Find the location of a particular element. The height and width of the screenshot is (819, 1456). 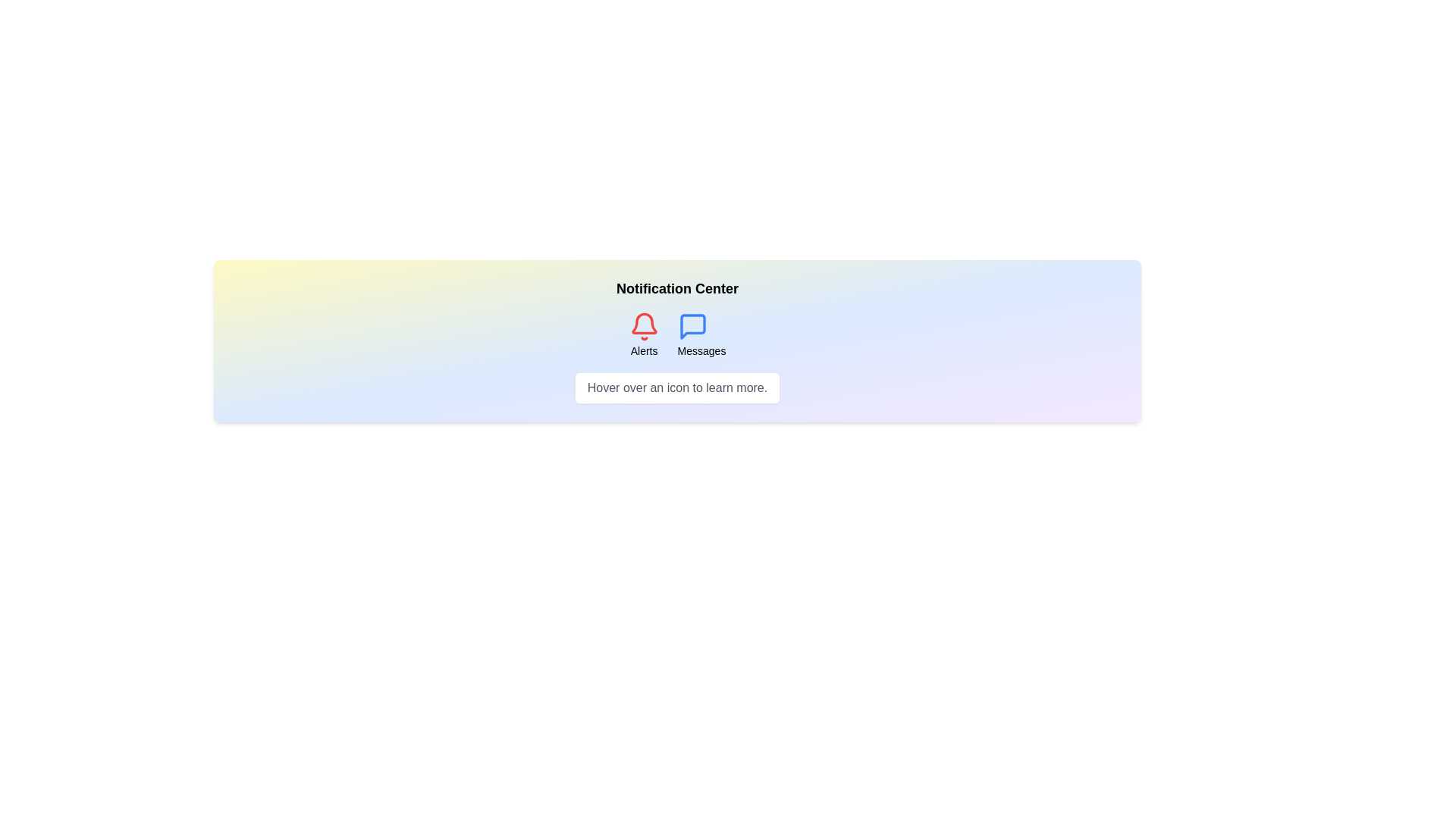

the 'Messages' text label located below the speech bubble icon in the notification section is located at coordinates (701, 350).